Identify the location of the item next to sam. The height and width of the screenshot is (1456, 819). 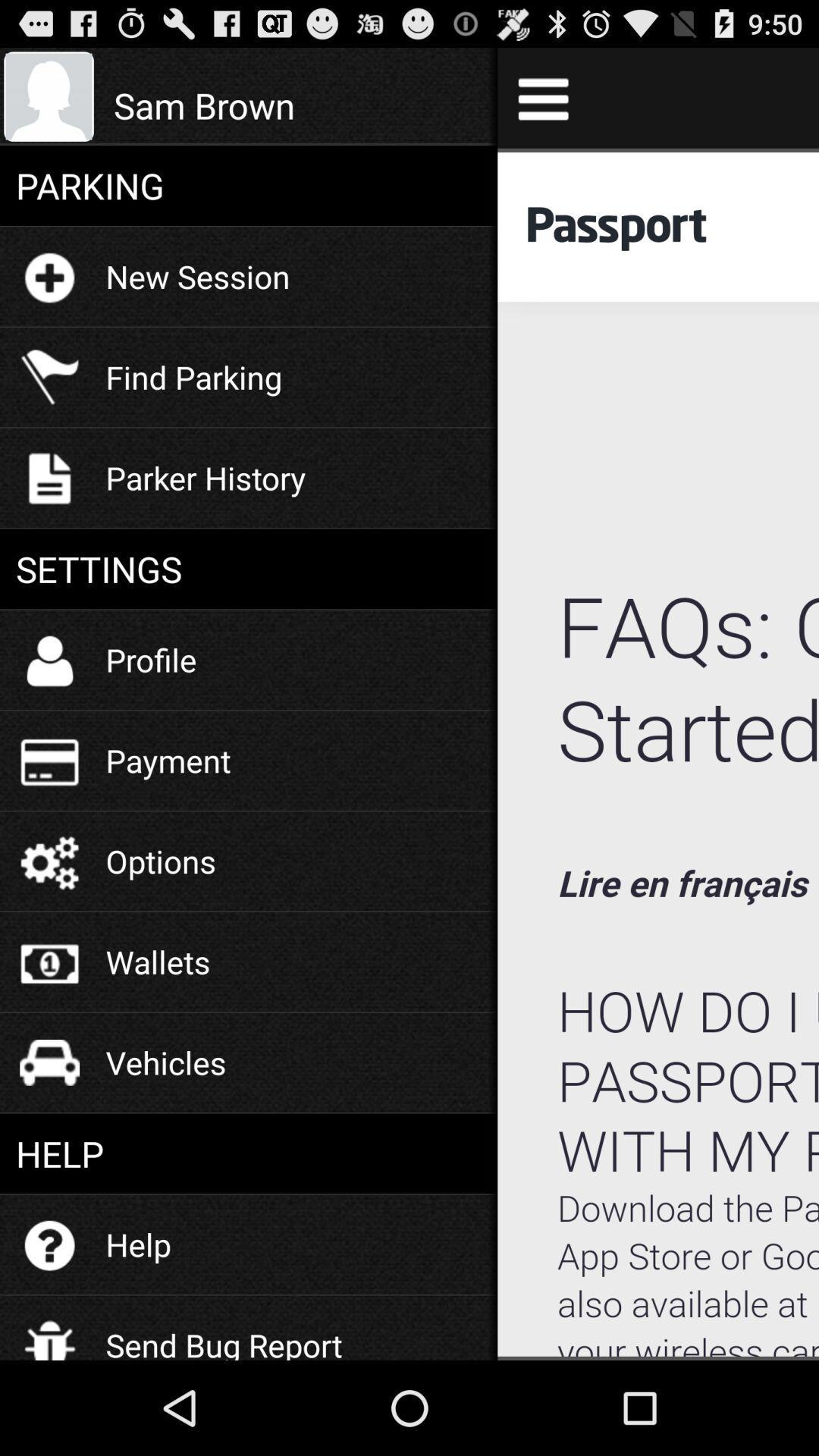
(542, 97).